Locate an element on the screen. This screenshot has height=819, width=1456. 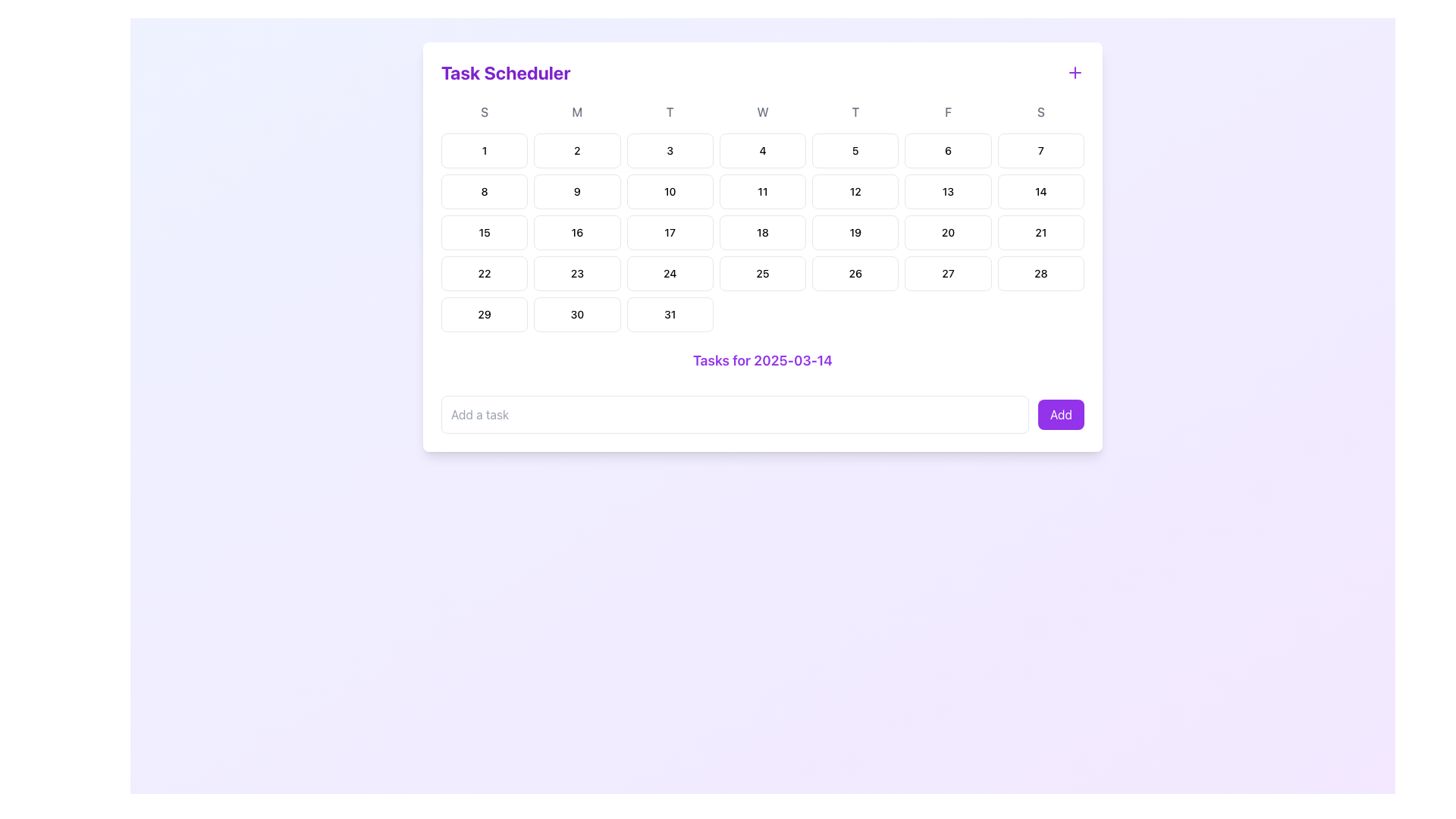
the square button displaying the number '21' in the calendar view is located at coordinates (1040, 233).